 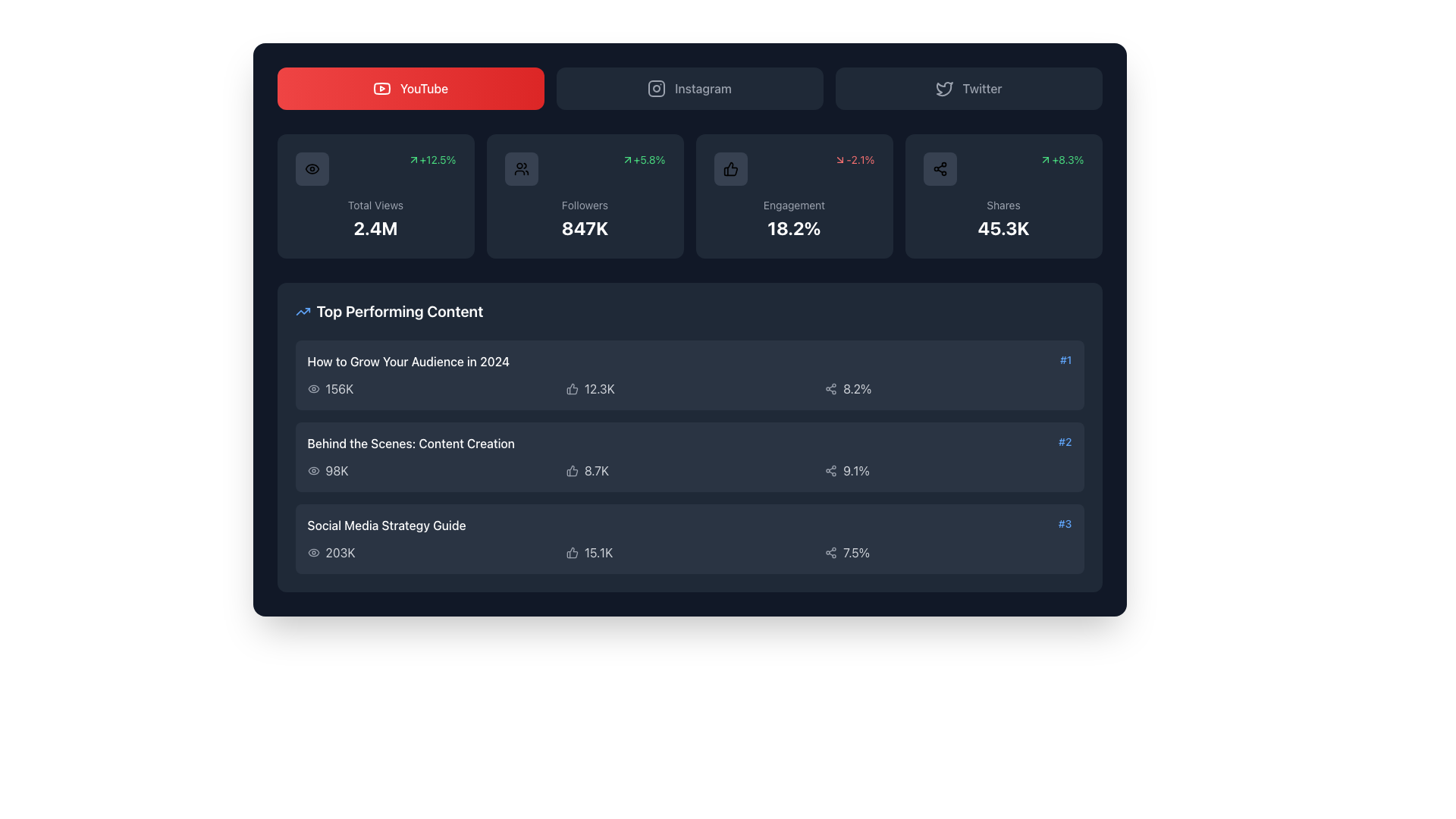 What do you see at coordinates (336, 470) in the screenshot?
I see `the numerical value (98K) indicating a count related` at bounding box center [336, 470].